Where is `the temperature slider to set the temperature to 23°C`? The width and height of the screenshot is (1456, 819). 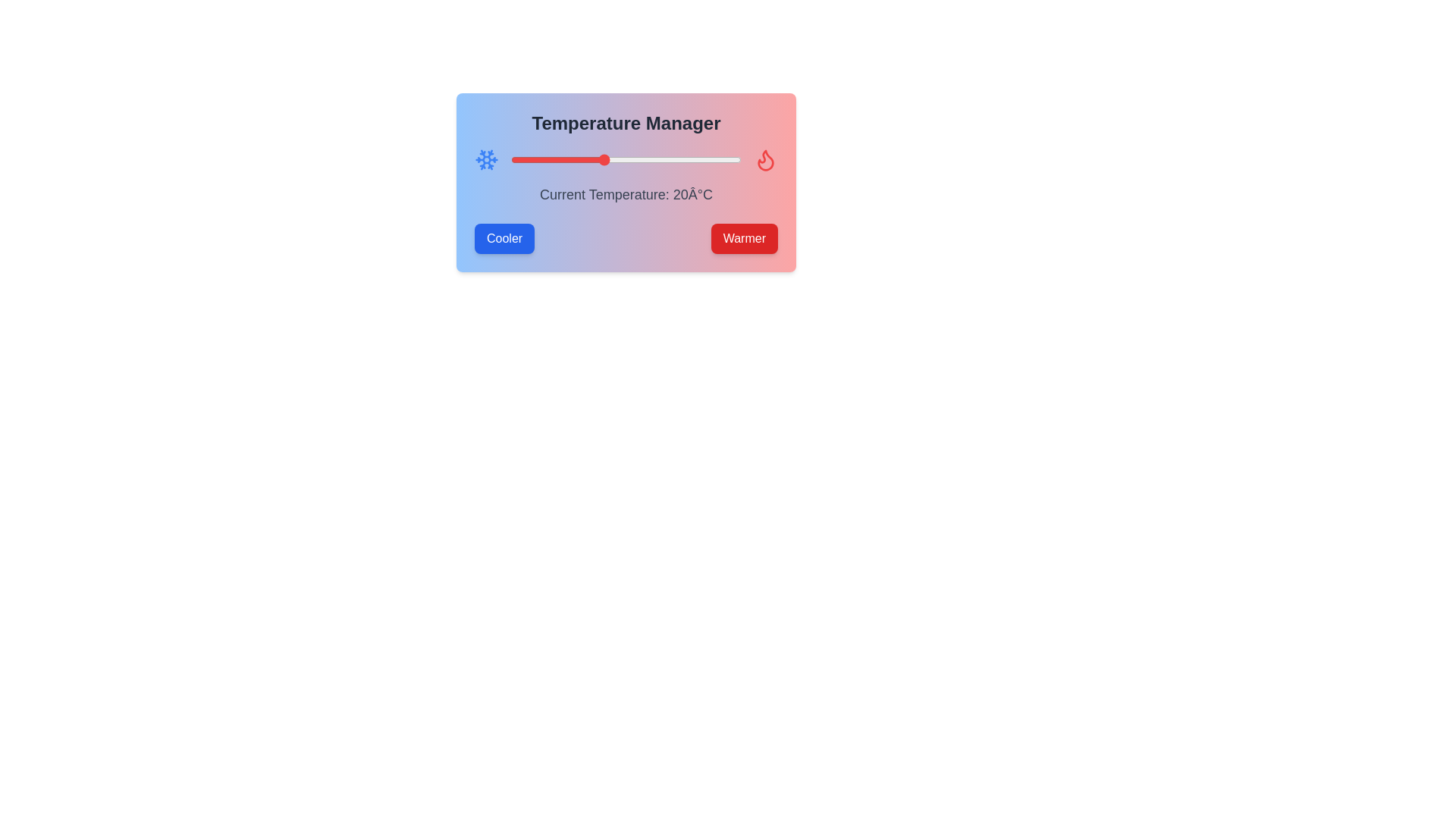
the temperature slider to set the temperature to 23°C is located at coordinates (617, 160).